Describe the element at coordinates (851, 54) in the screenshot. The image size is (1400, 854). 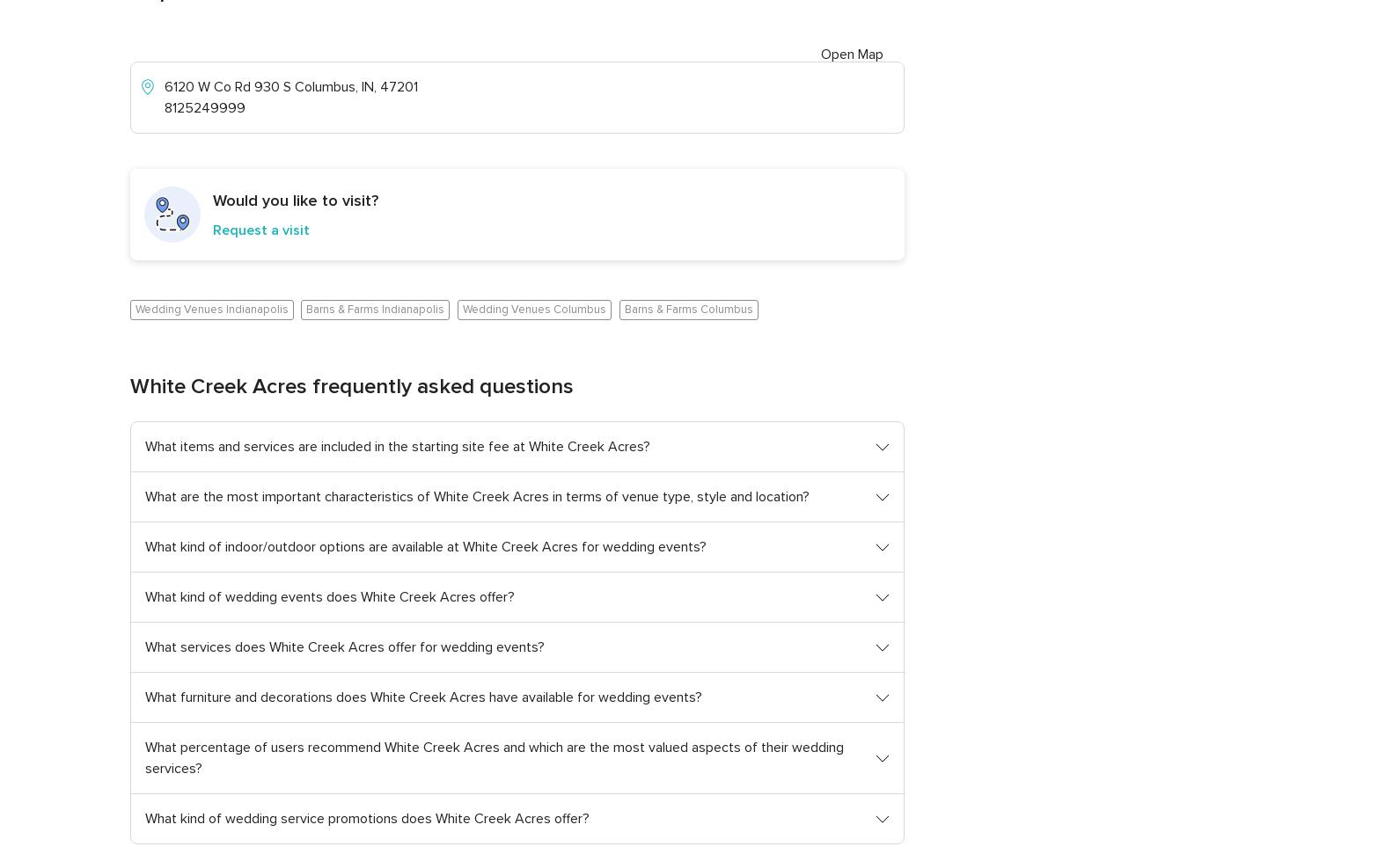
I see `'Open Map'` at that location.